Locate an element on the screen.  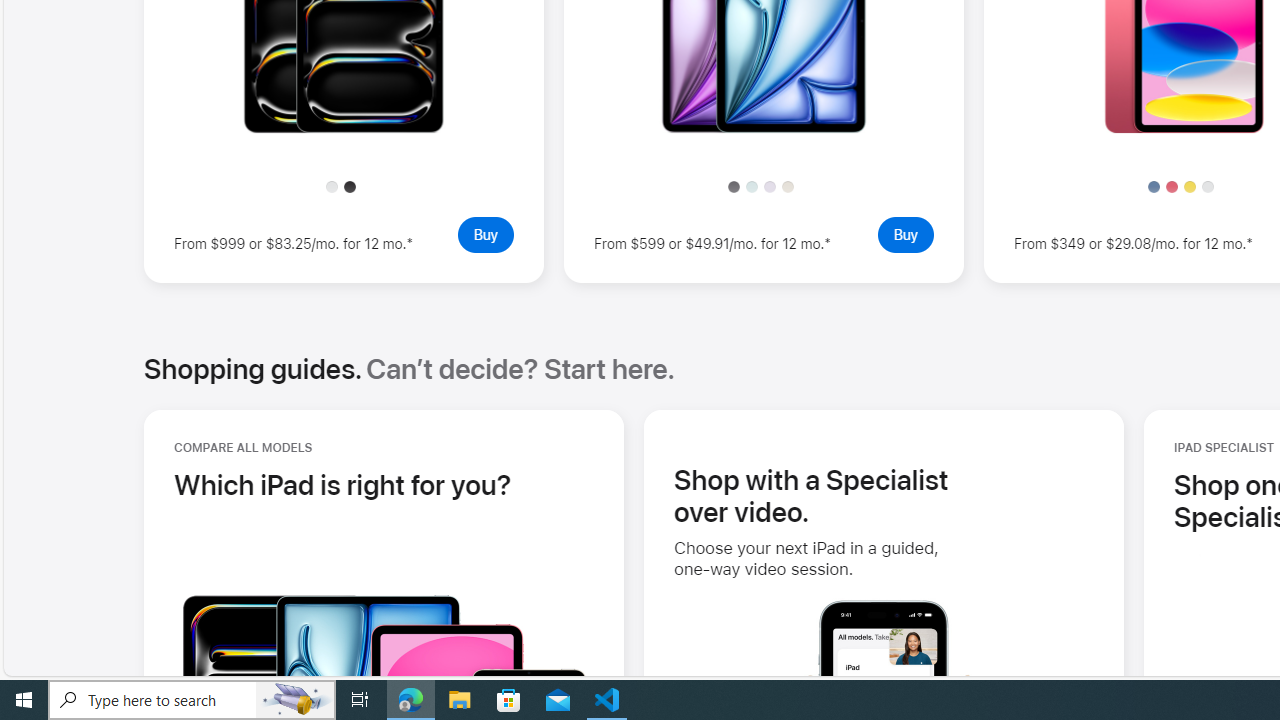
'Buy - iPad Air ' is located at coordinates (904, 233).